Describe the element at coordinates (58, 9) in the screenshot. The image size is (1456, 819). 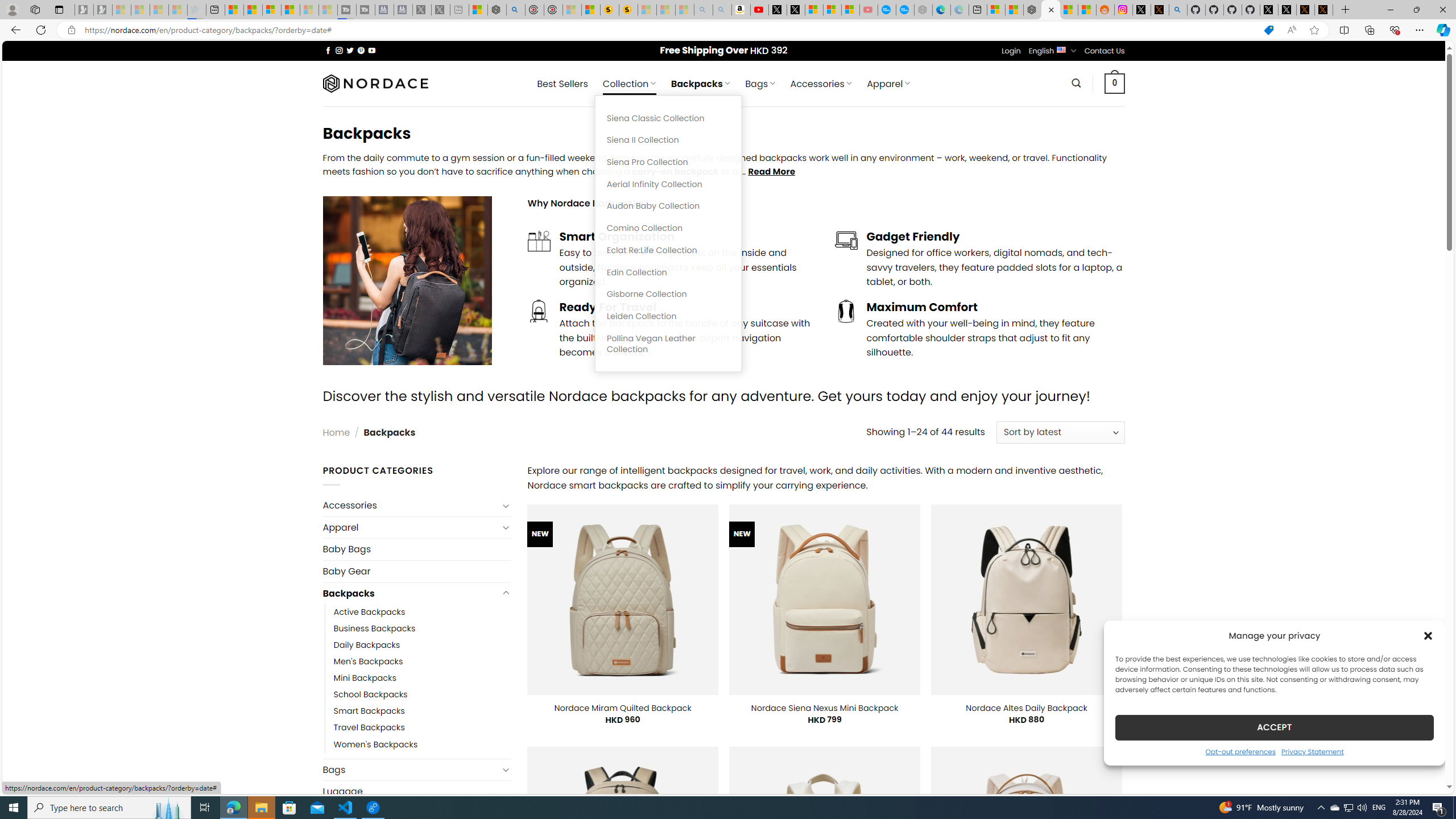
I see `'Tab actions menu'` at that location.